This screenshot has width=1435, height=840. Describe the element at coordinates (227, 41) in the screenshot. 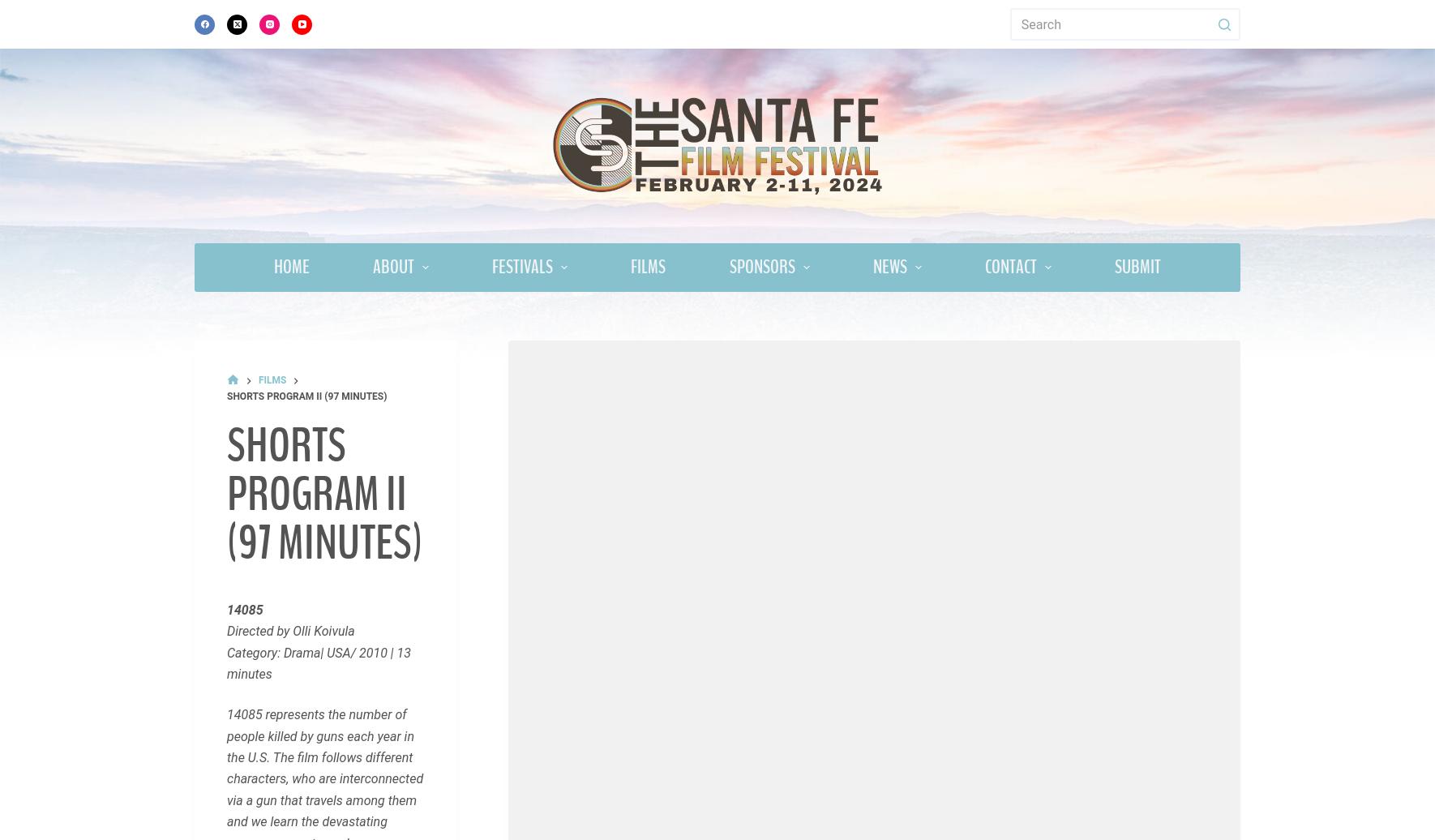

I see `'Category: Drama/Action | PERU/USA  2011 | 10 minutes'` at that location.